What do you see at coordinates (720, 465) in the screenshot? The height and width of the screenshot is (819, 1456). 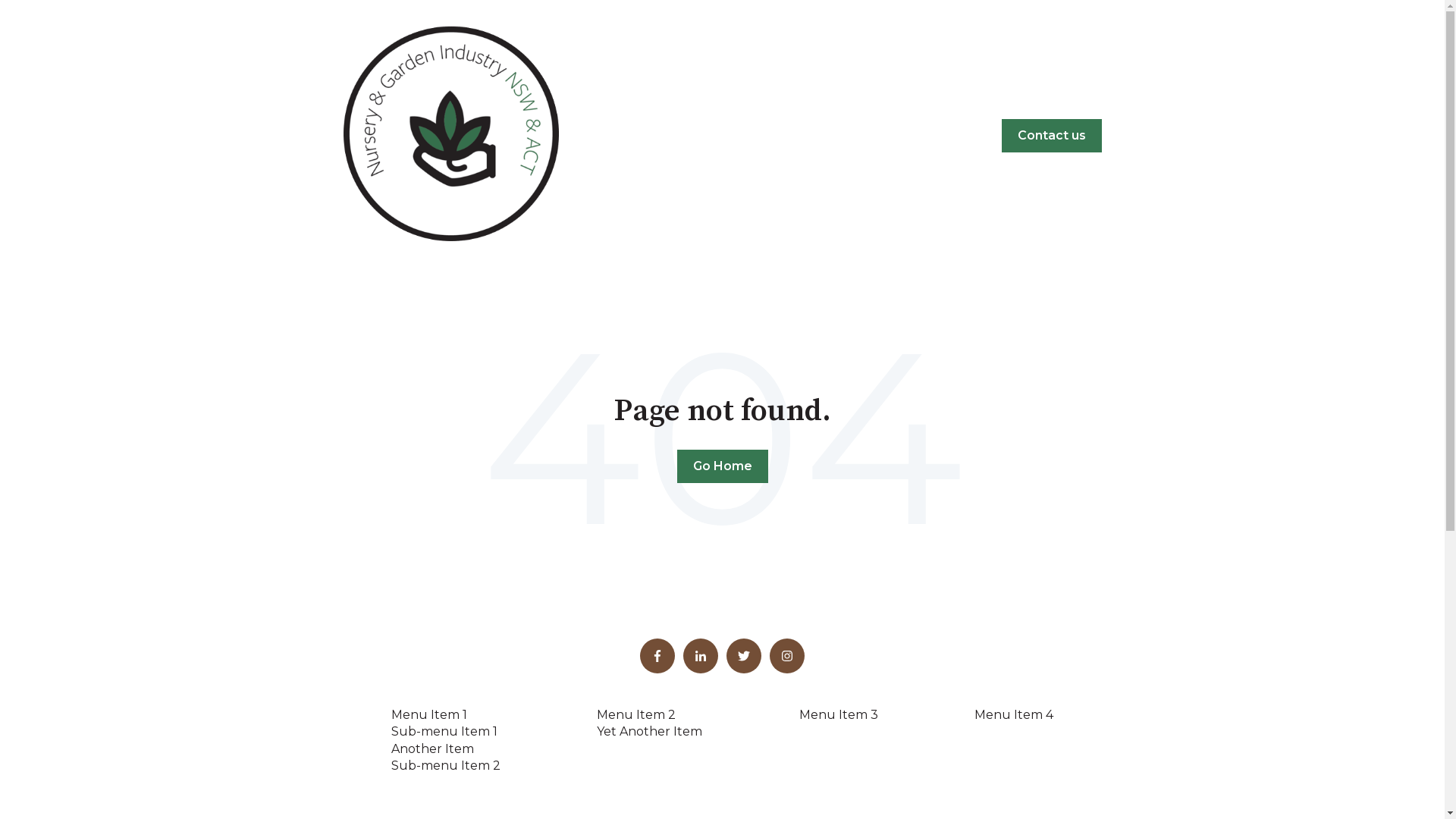 I see `'Go Home'` at bounding box center [720, 465].